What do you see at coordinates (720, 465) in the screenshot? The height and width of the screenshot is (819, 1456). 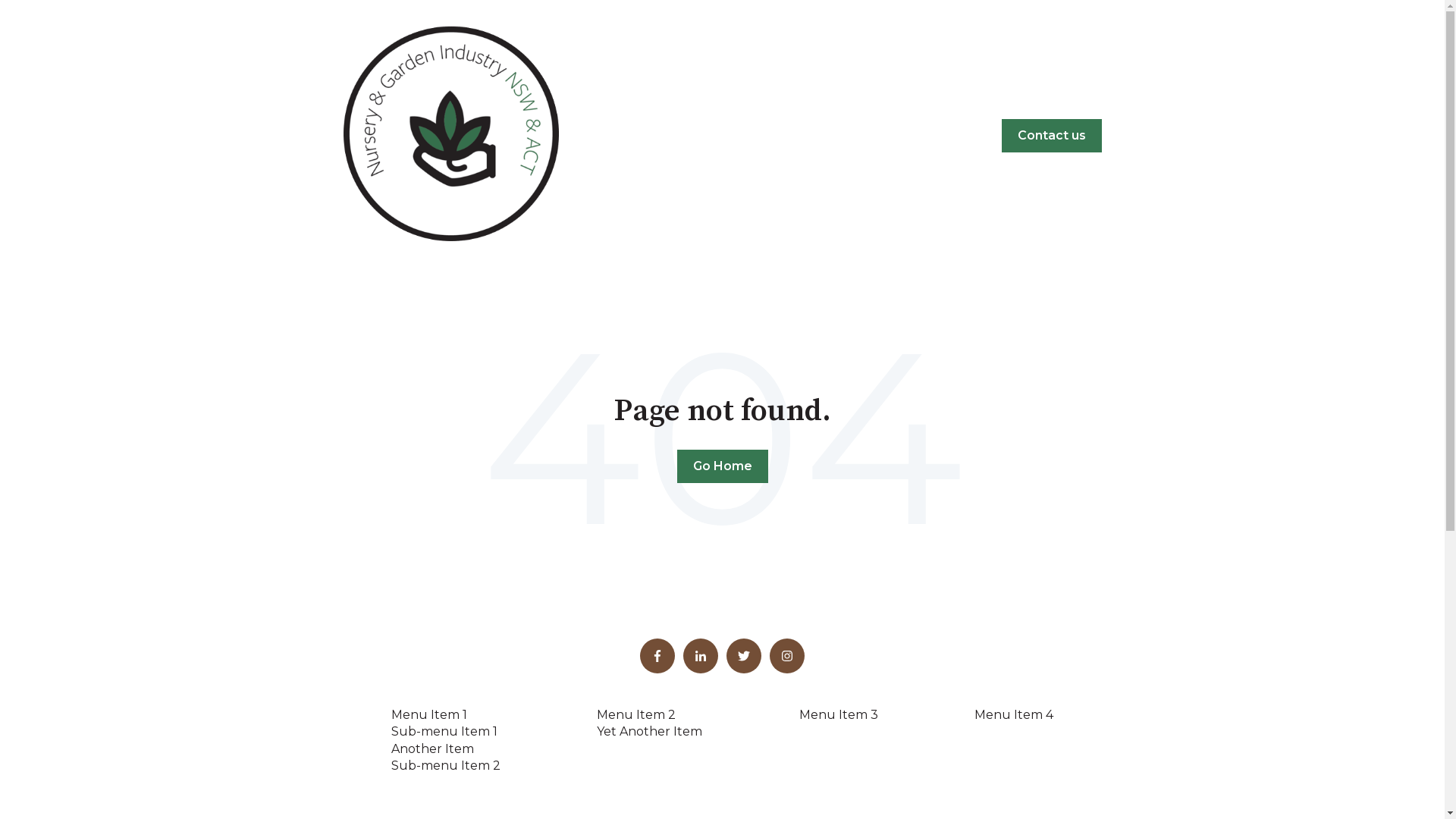 I see `'Go Home'` at bounding box center [720, 465].